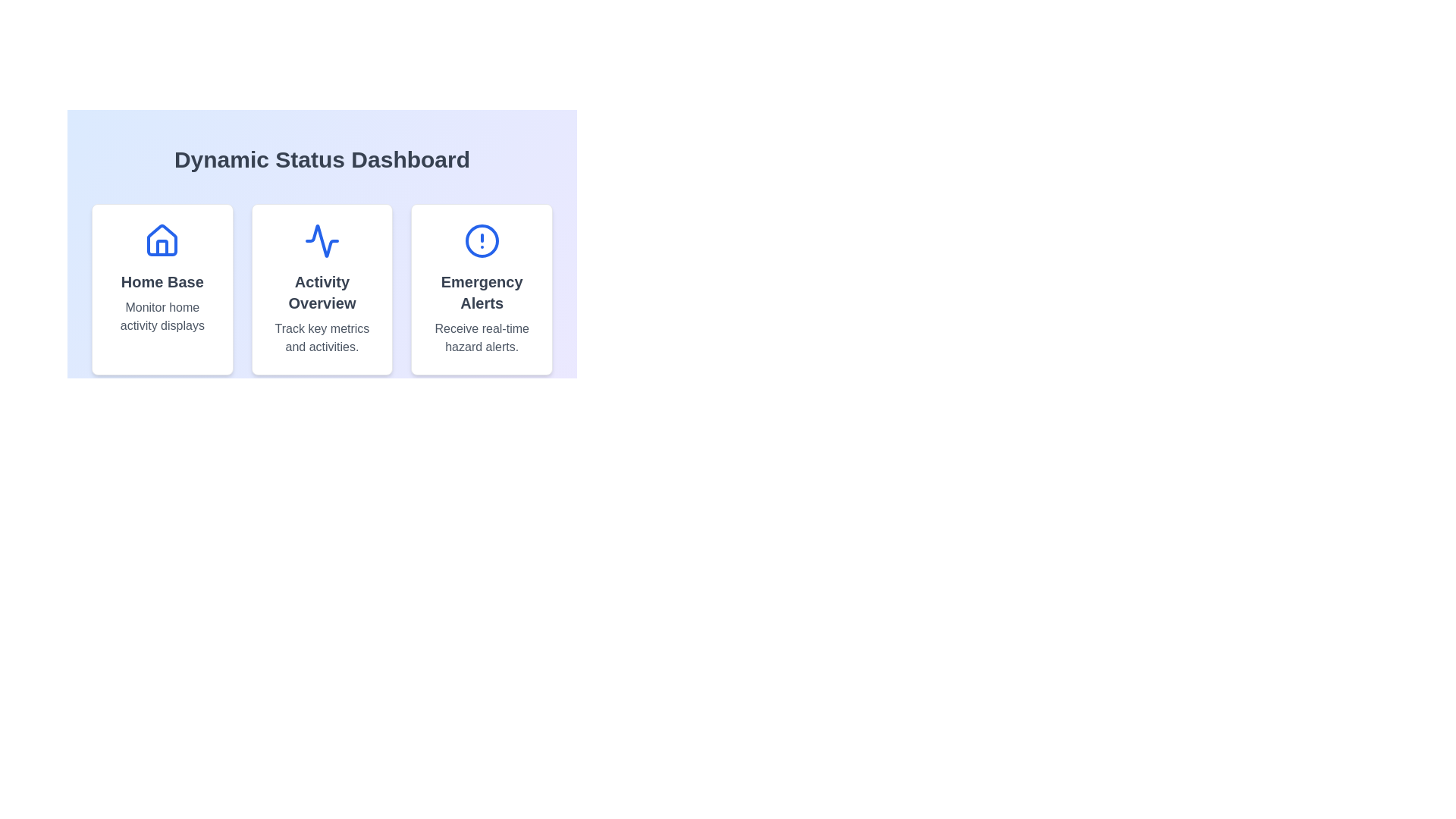 This screenshot has width=1456, height=819. I want to click on text label displaying 'Track key metrics and activities.' located at the bottom of the 'Activity Overview' card, so click(321, 337).